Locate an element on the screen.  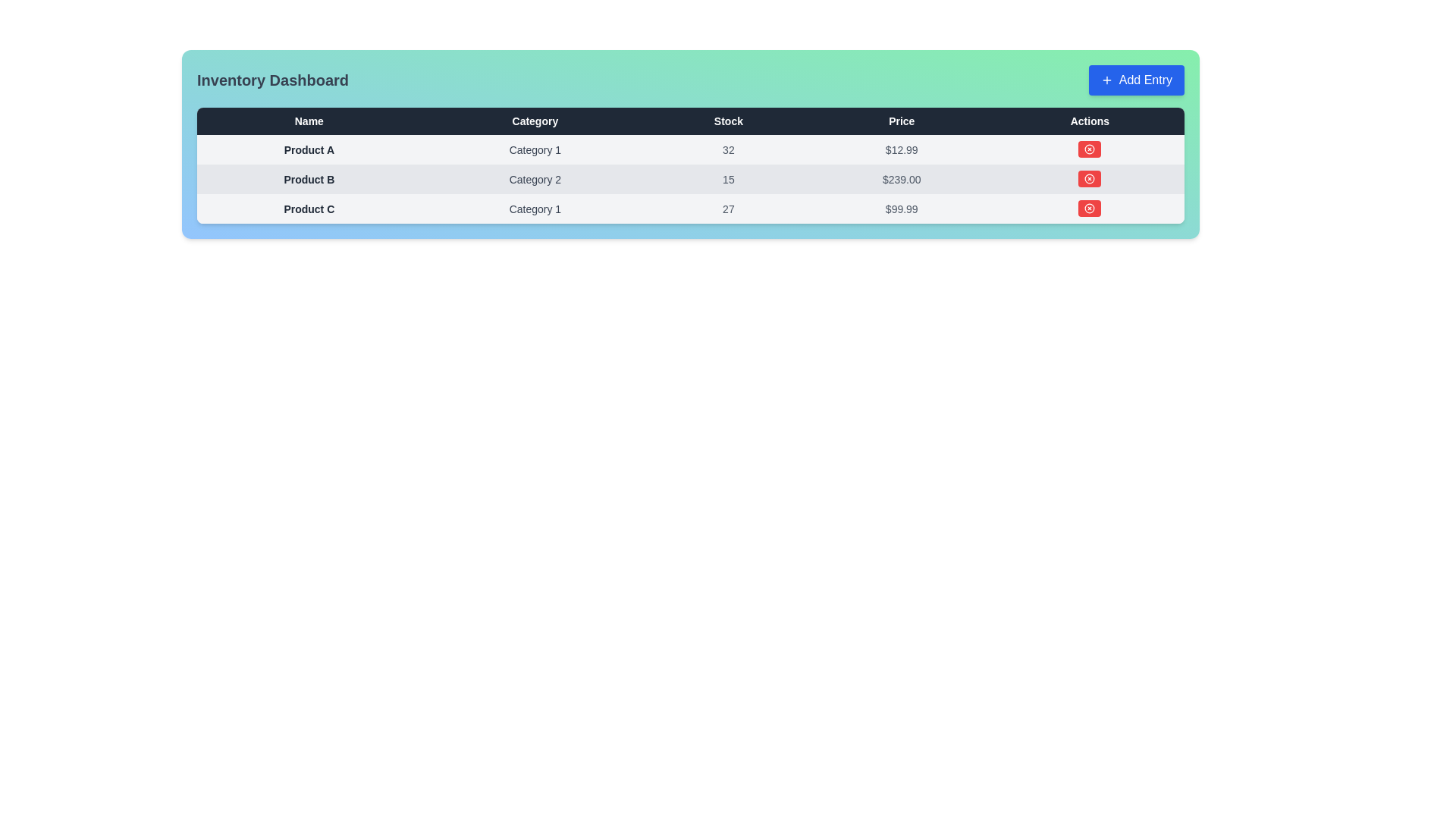
the 'Stock' label, which is a white text on a dark background, located as the third header cell in a table's header row is located at coordinates (728, 120).